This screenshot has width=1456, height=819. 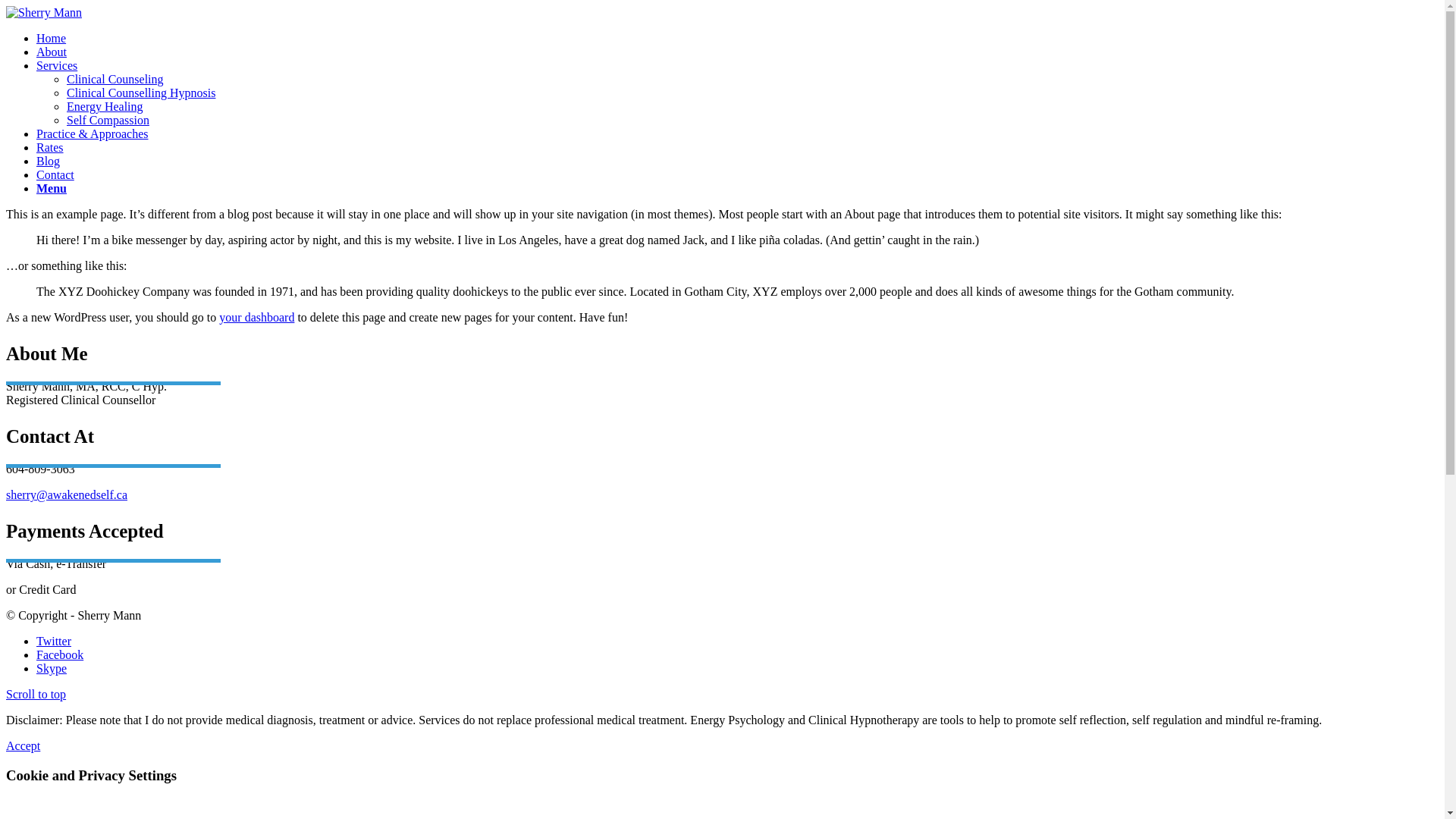 What do you see at coordinates (65, 105) in the screenshot?
I see `'Energy Healing'` at bounding box center [65, 105].